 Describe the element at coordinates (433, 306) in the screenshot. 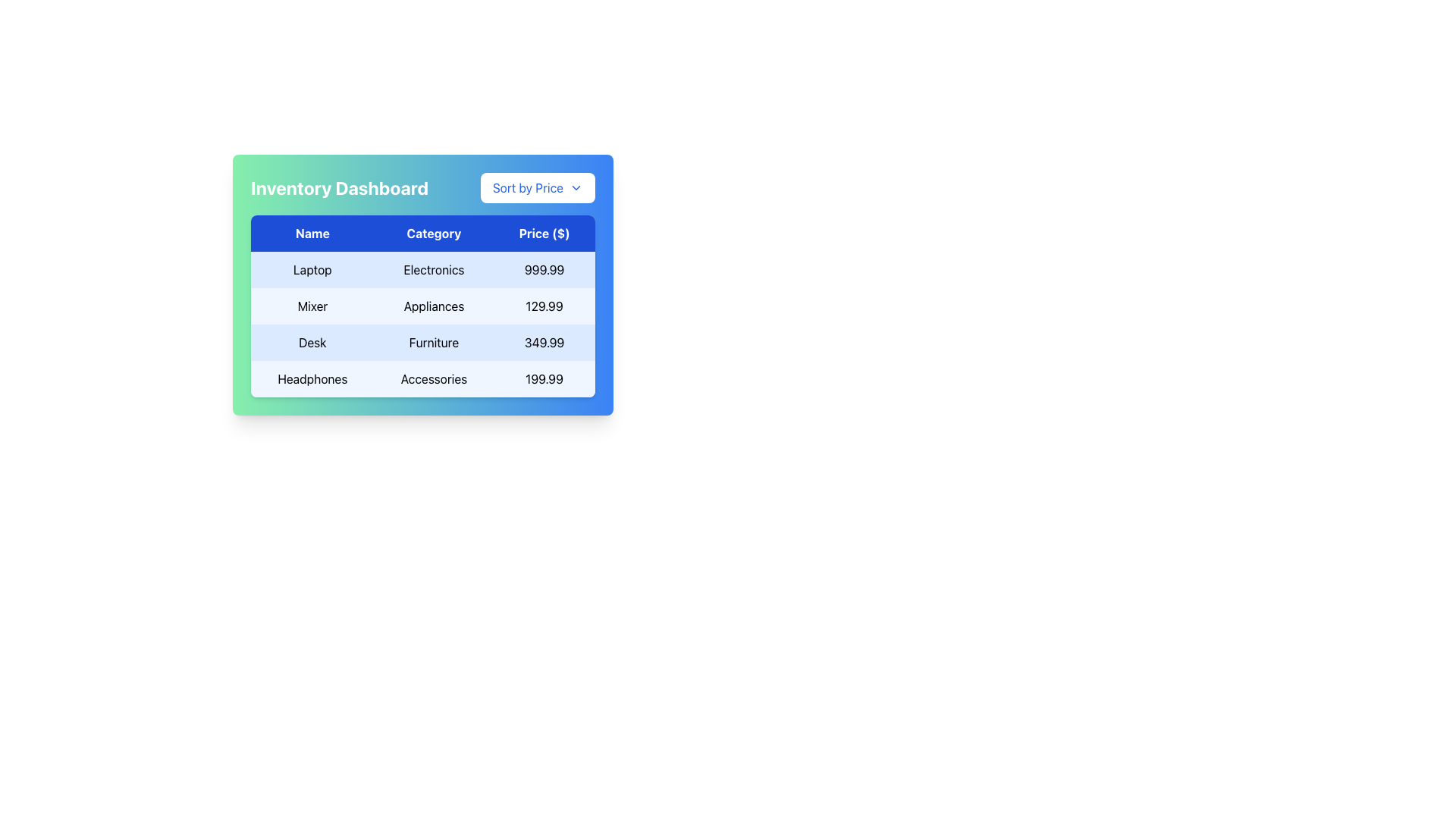

I see `the 'Category' text label indicating 'Mixer' in the Inventory Dashboard table, located in the second column of the second row` at that location.